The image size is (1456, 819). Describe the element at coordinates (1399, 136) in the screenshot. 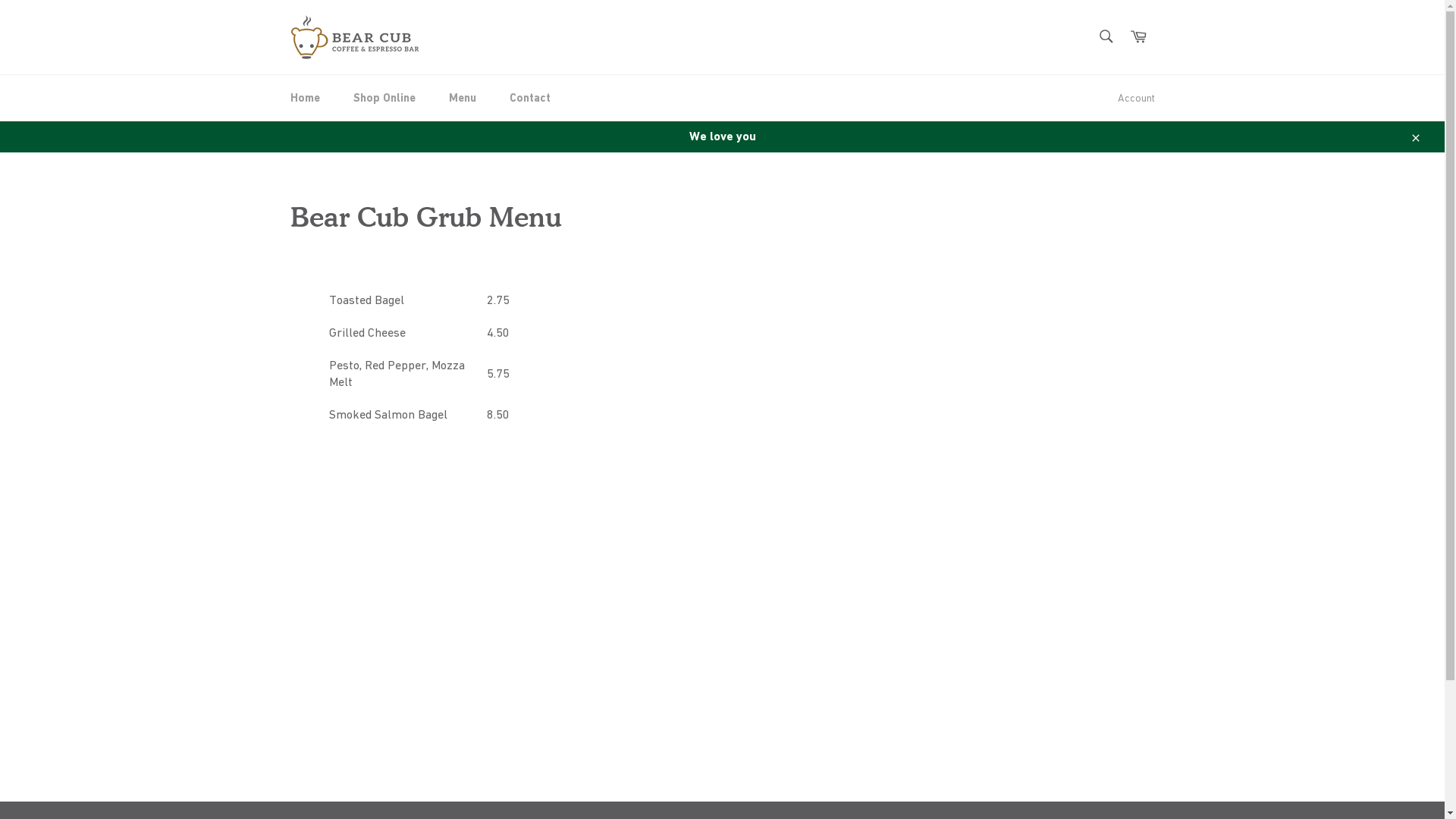

I see `'Close'` at that location.